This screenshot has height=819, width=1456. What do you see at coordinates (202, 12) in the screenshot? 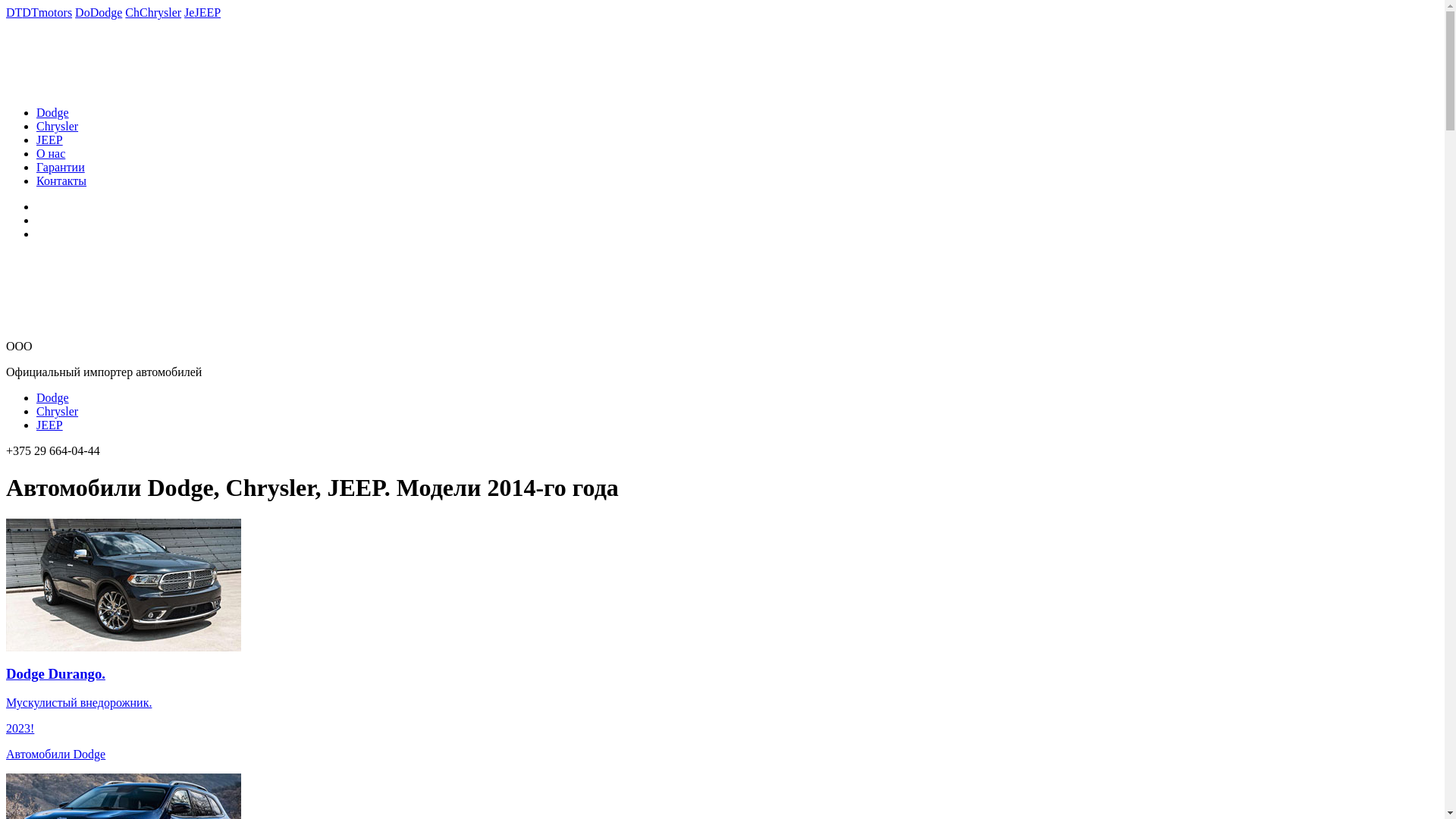
I see `'JeJEEP'` at bounding box center [202, 12].